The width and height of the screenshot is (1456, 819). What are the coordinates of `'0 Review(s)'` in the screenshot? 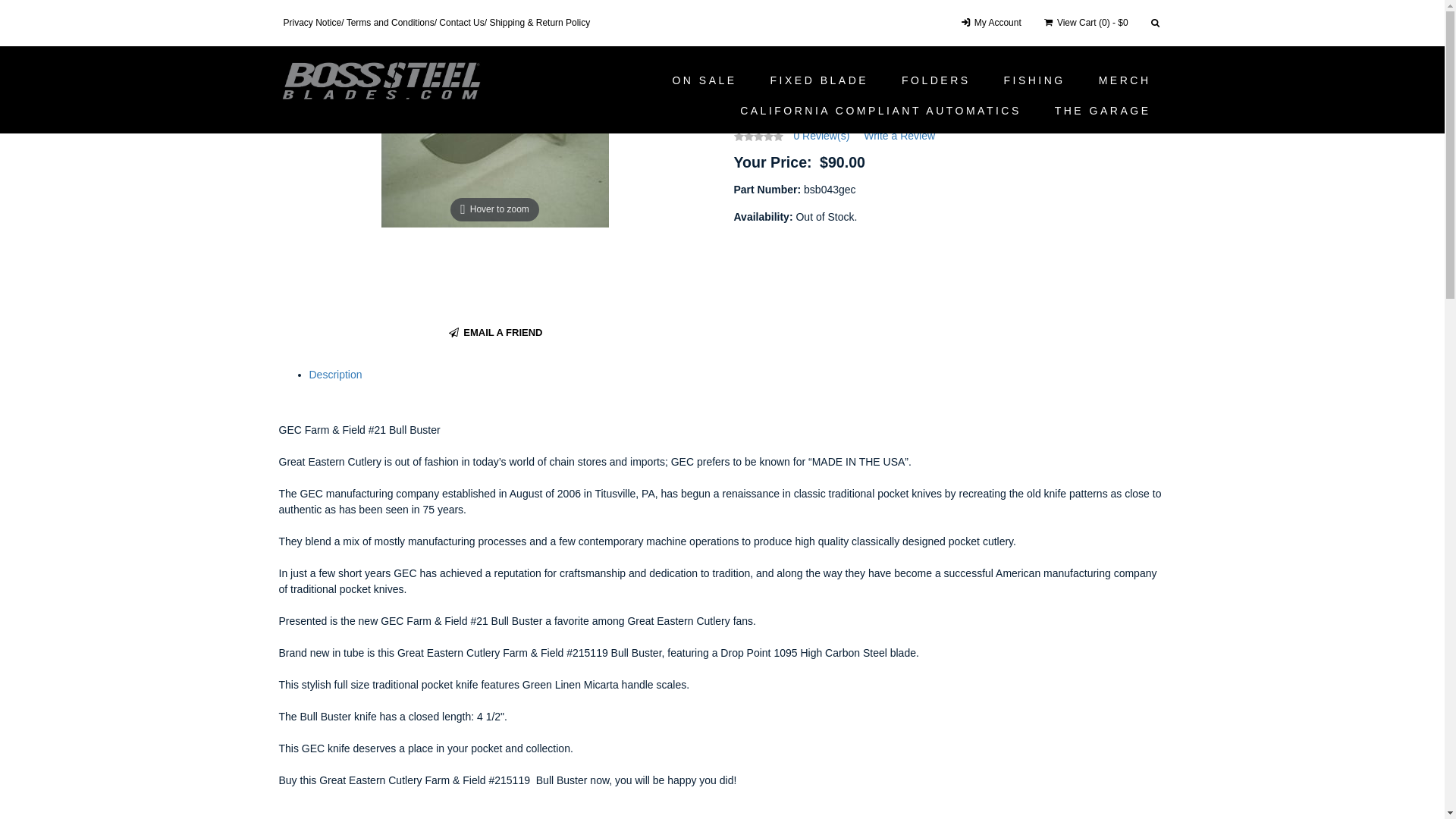 It's located at (821, 134).